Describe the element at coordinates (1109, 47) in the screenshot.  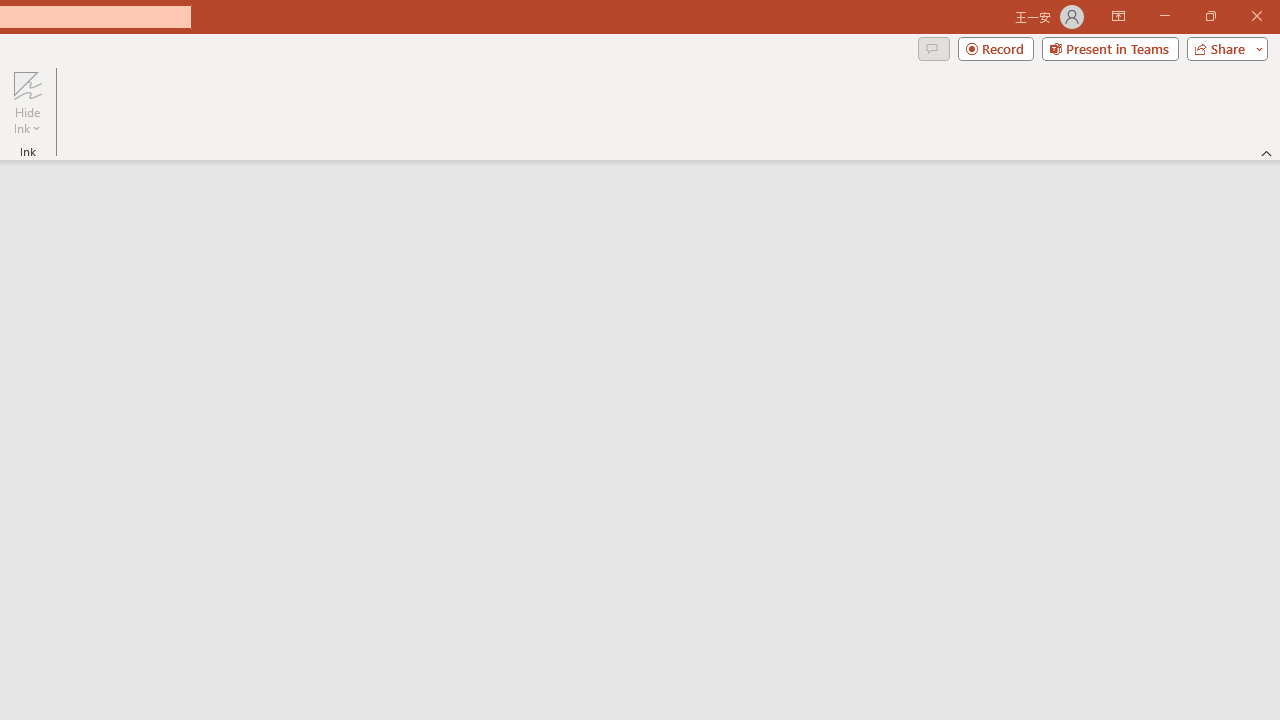
I see `'Present in Teams'` at that location.